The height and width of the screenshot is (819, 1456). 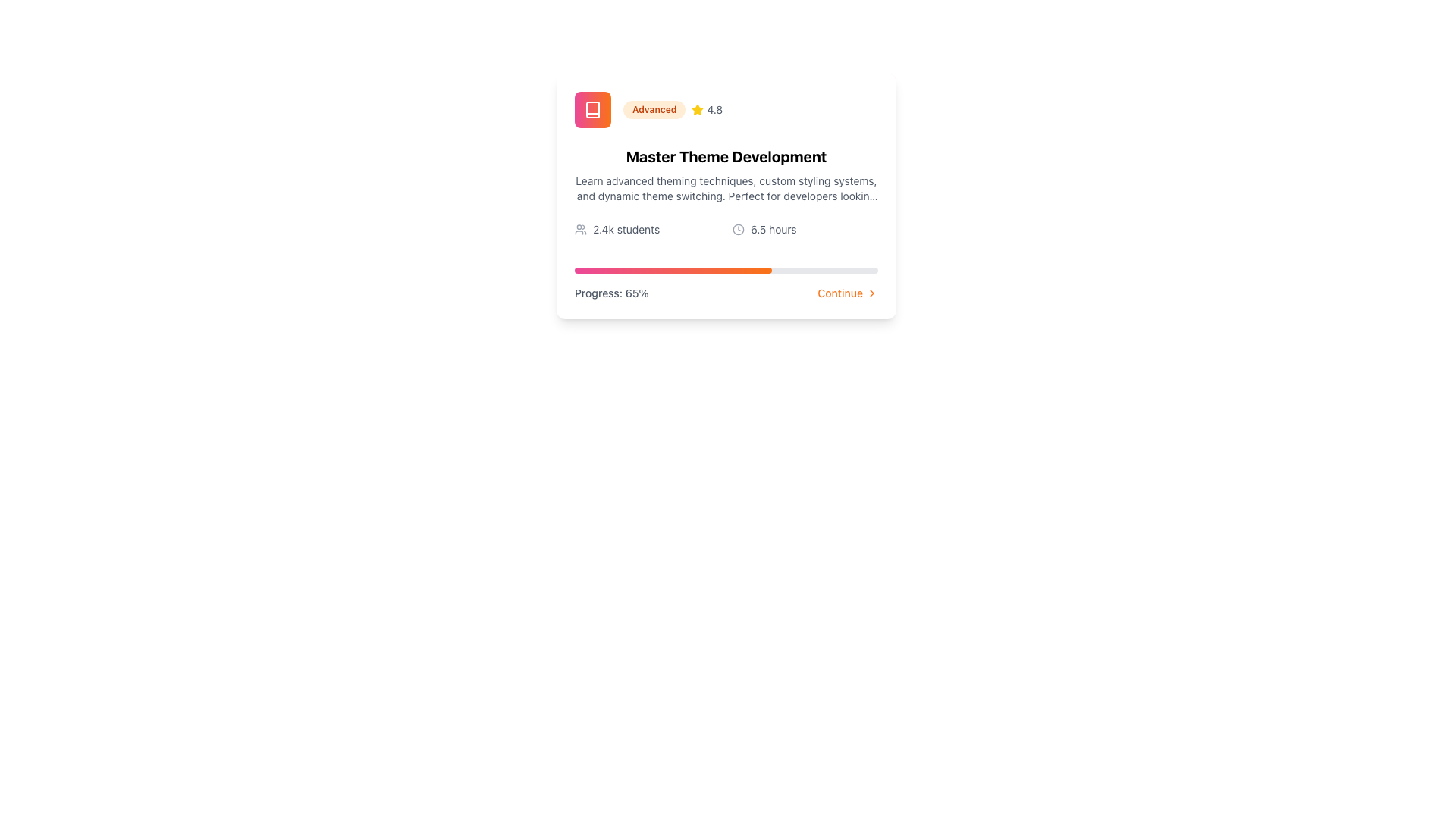 What do you see at coordinates (673, 270) in the screenshot?
I see `the progress indicator element, which is a pink to orange gradient progress bar segment representing 65% completion, located below the text 'Progress: 65%' and above the 'Continue' button` at bounding box center [673, 270].